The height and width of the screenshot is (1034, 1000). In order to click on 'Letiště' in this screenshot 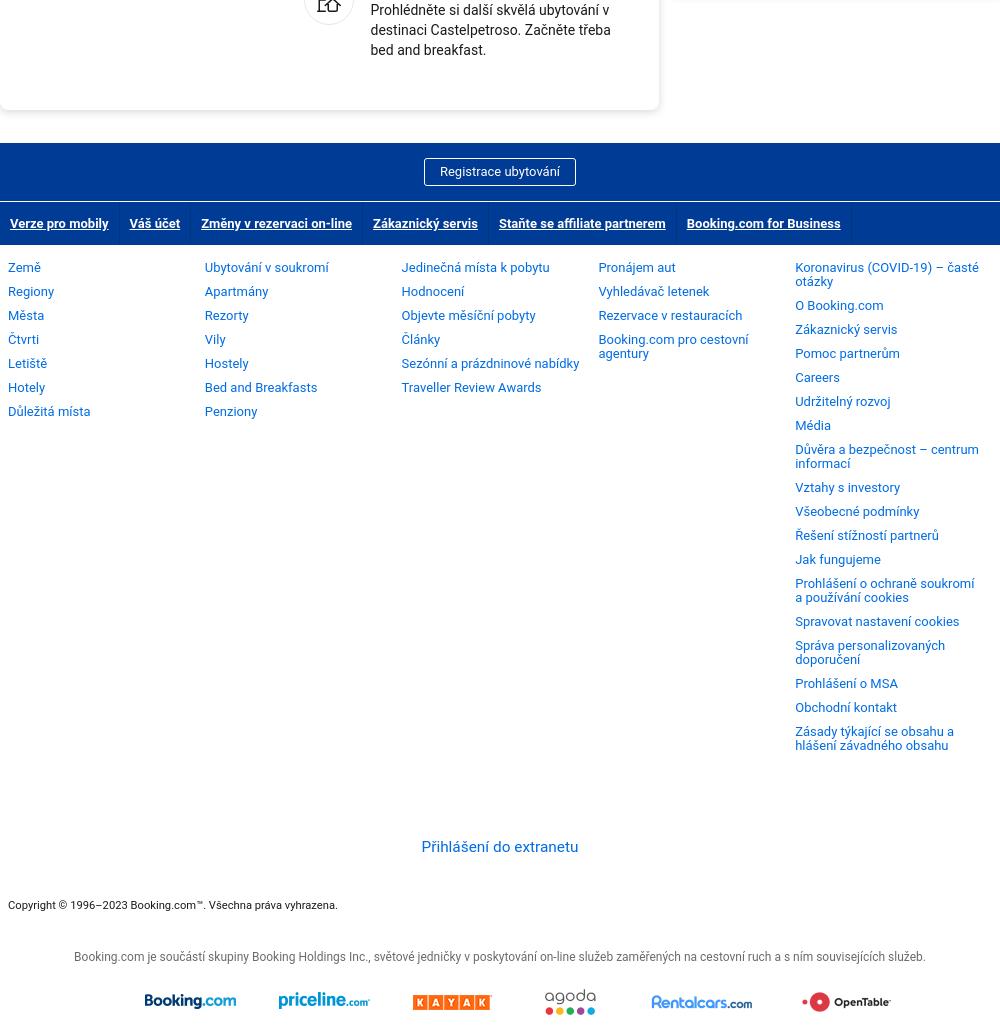, I will do `click(27, 361)`.